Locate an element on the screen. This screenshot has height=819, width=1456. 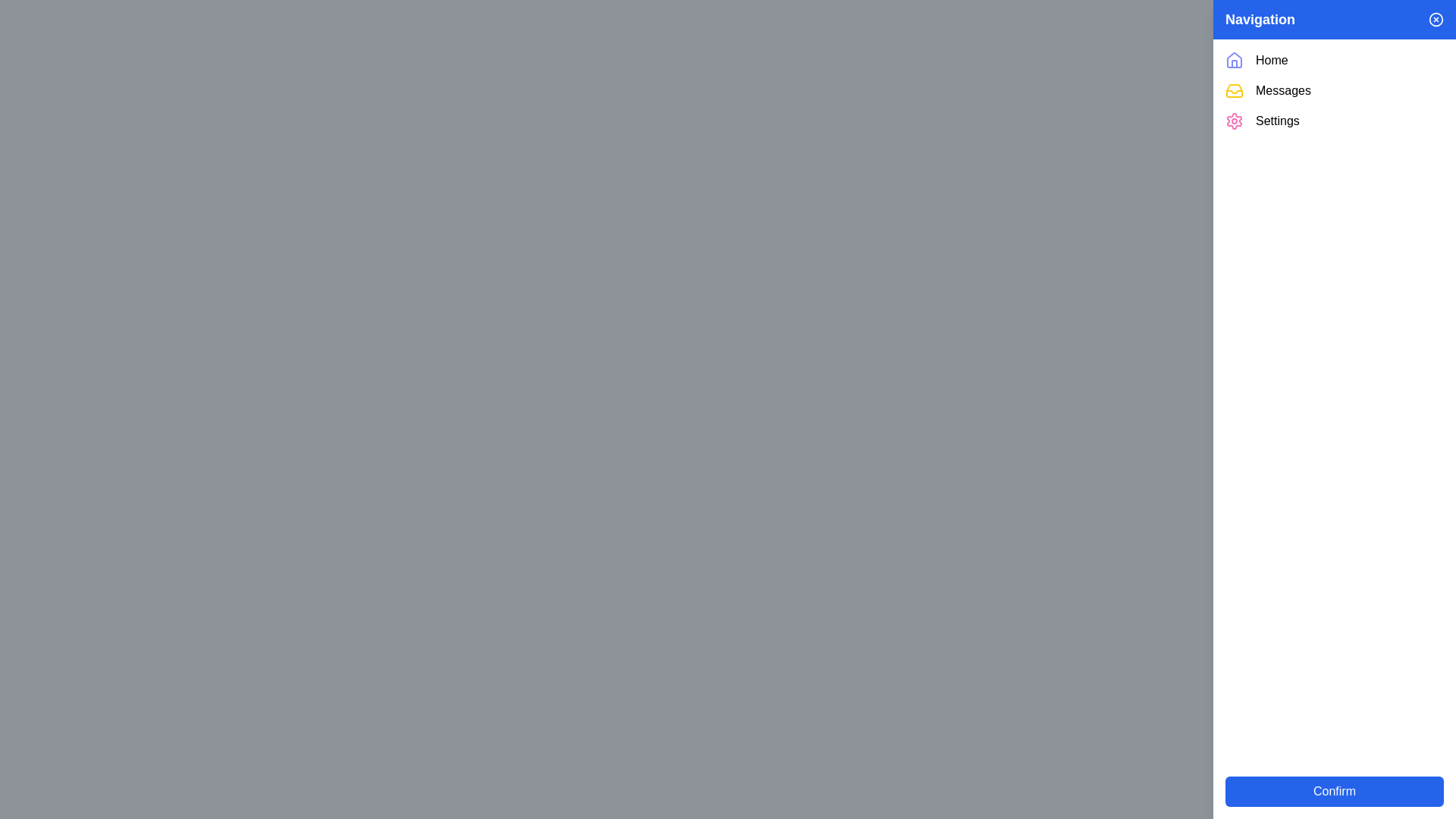
the inbox icon in the navigation menu is located at coordinates (1234, 90).